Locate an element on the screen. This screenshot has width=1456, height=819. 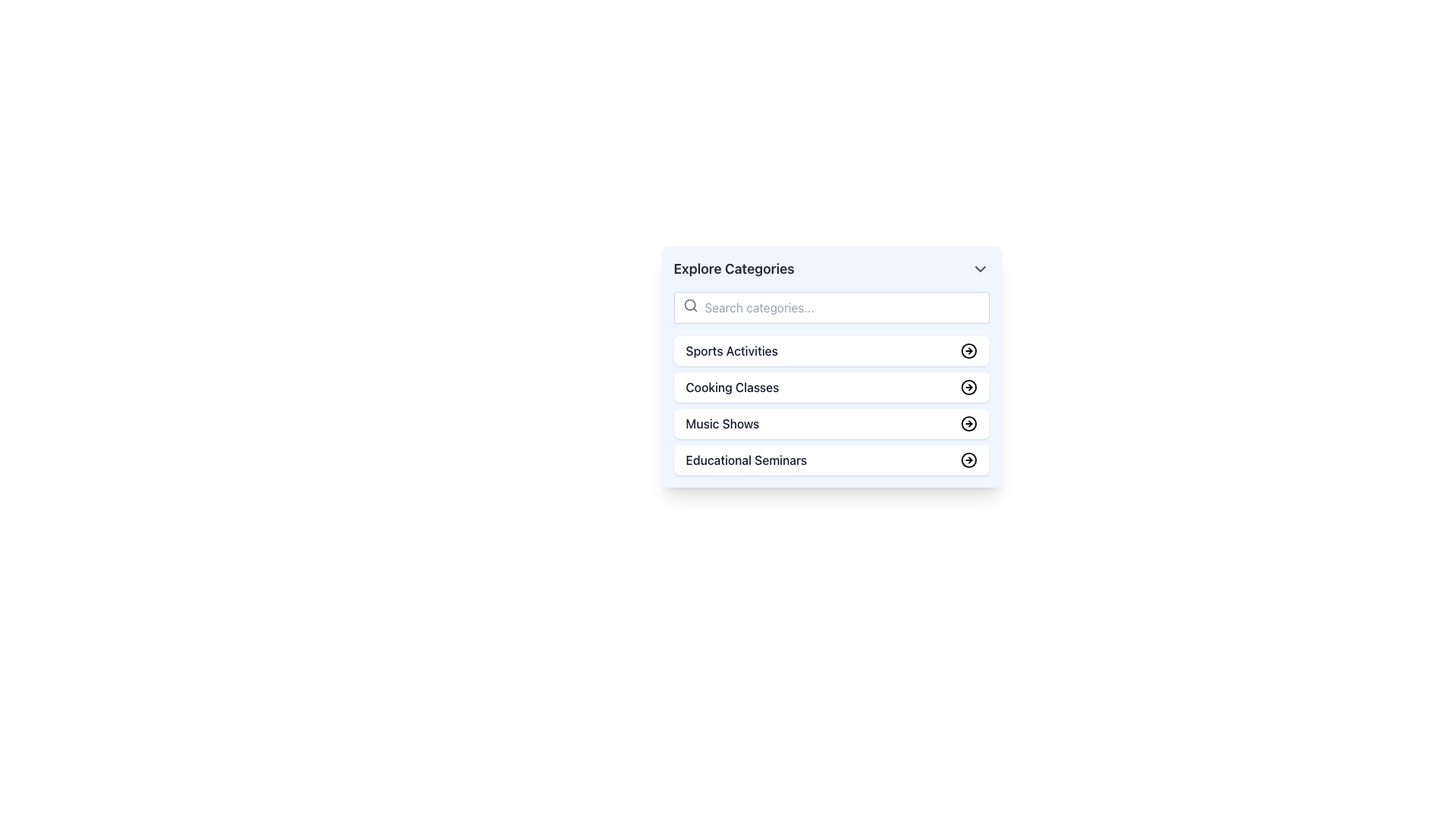
the 'Cooking Classes' button, which is a rectangular button with rounded corners located under 'Sports Activities' and above 'Music Shows' in the 'Explore Categories' section is located at coordinates (830, 386).